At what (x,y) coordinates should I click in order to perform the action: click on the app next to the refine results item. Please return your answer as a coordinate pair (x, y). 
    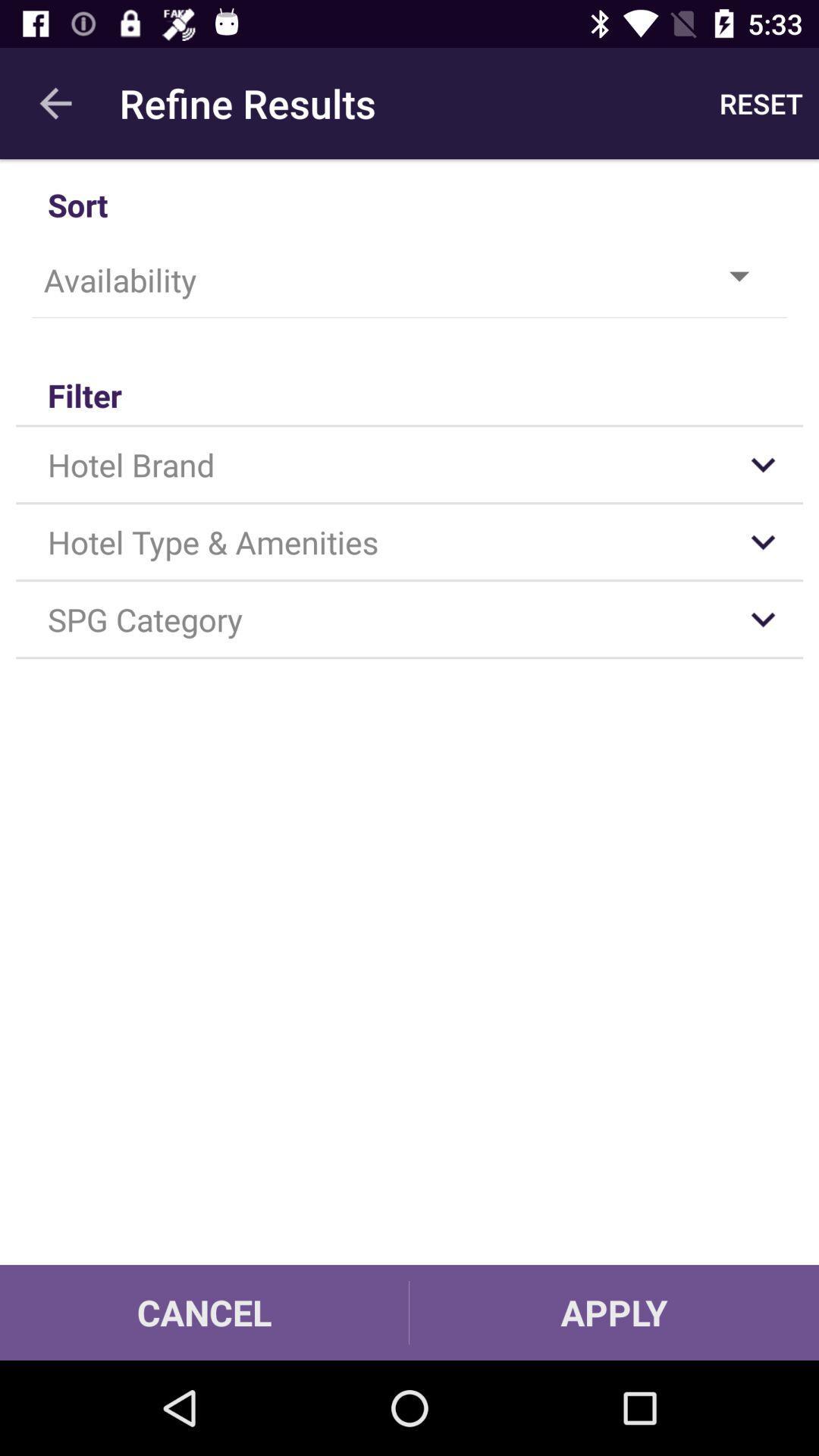
    Looking at the image, I should click on (55, 102).